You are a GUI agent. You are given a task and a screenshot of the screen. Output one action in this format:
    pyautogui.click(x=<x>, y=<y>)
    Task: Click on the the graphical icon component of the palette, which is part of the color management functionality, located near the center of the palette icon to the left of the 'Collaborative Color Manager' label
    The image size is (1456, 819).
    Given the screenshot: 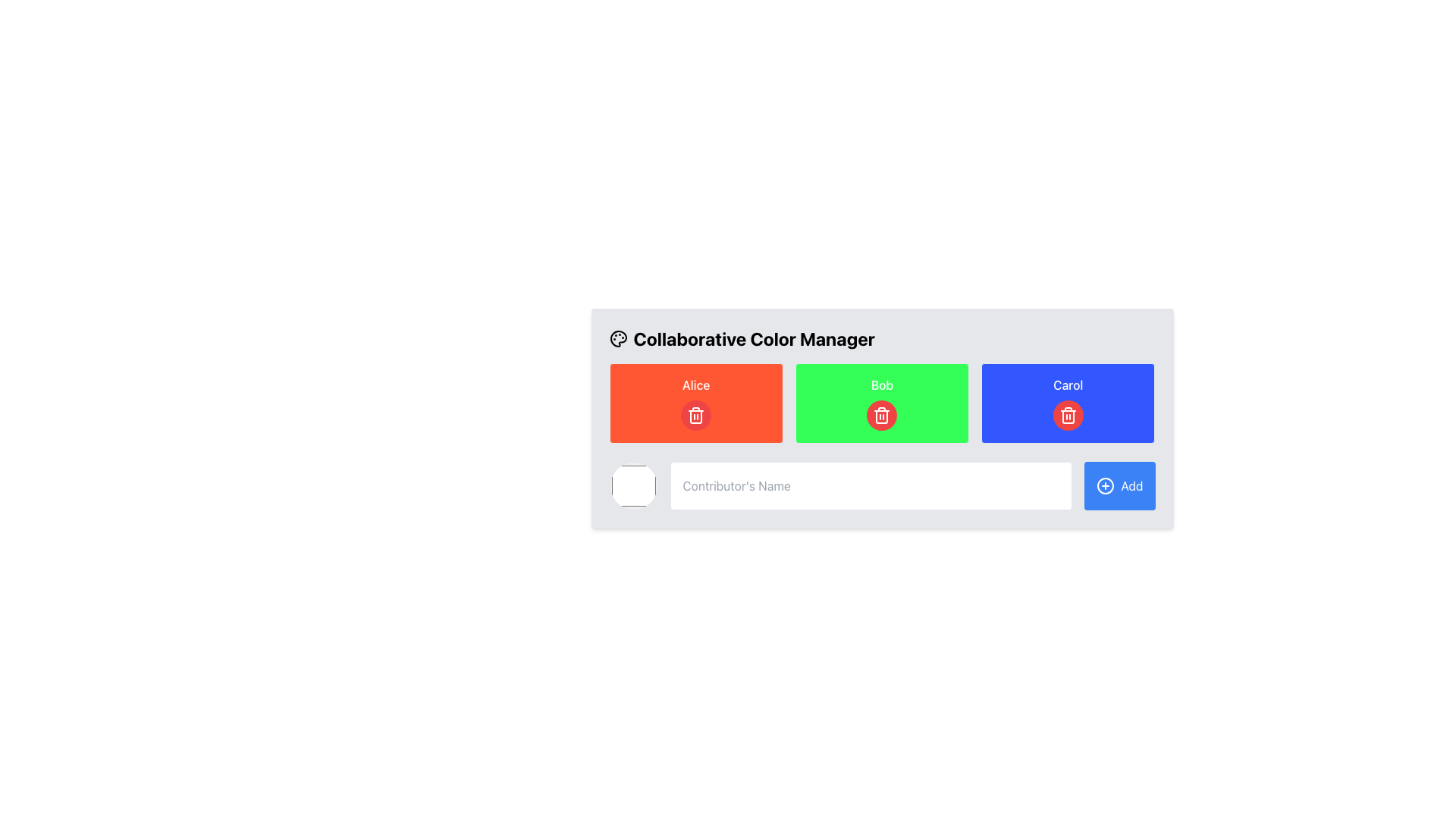 What is the action you would take?
    pyautogui.click(x=618, y=338)
    